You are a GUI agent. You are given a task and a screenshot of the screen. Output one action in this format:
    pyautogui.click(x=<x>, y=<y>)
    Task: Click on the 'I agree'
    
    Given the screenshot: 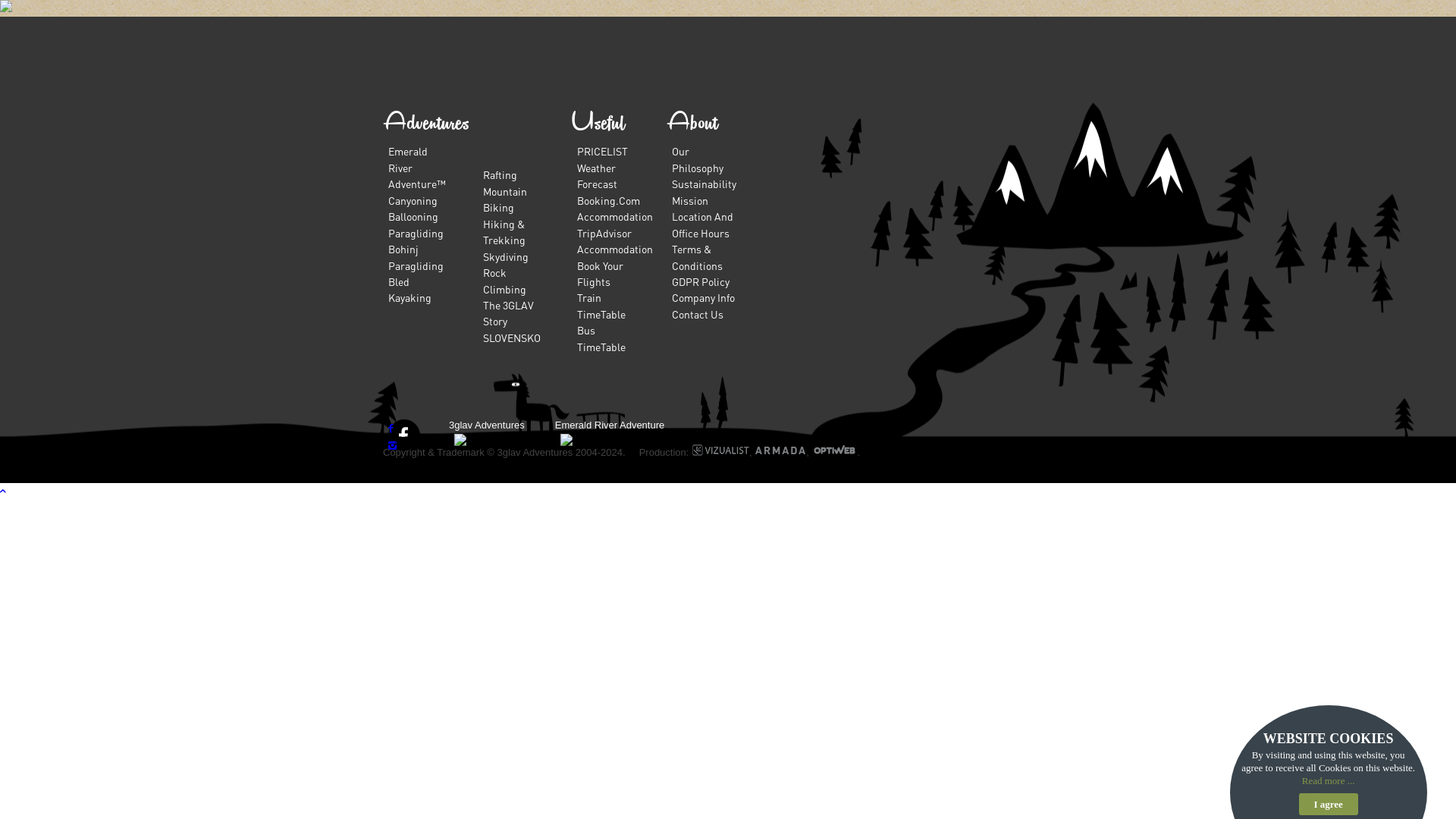 What is the action you would take?
    pyautogui.click(x=1328, y=803)
    